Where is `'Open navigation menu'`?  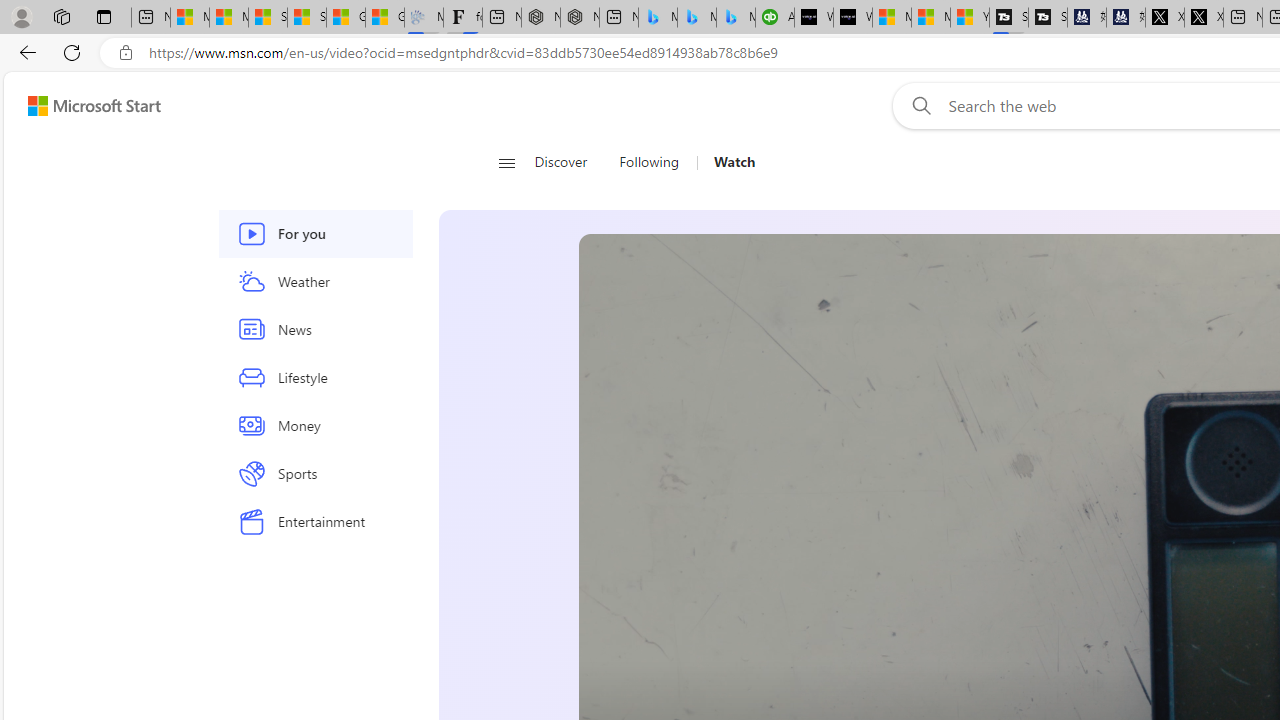
'Open navigation menu' is located at coordinates (506, 162).